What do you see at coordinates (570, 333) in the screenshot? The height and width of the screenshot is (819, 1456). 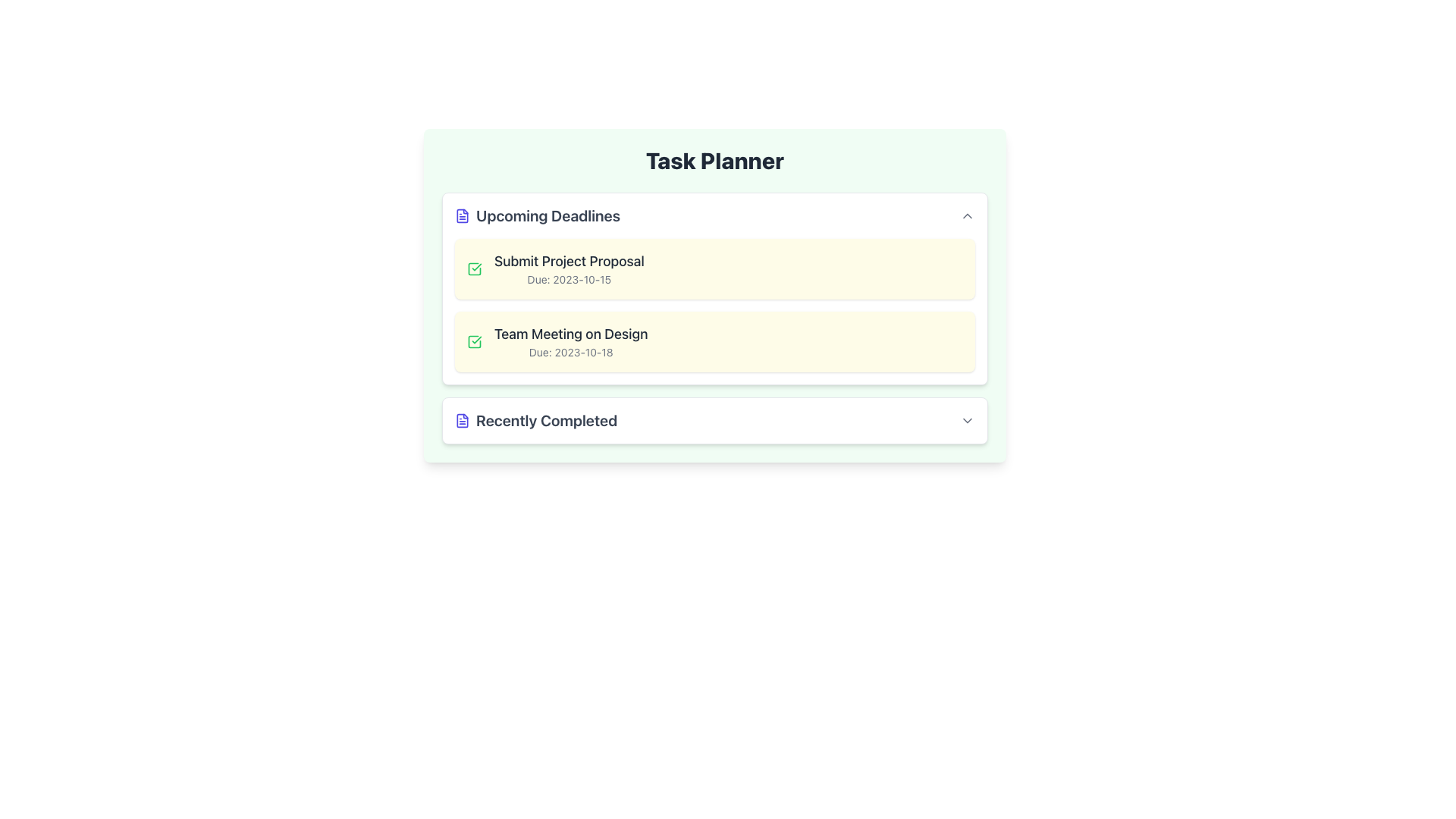 I see `text label displaying 'Team Meeting on Design' located in the 'Upcoming Deadlines' section of the 'Task Planner' interface` at bounding box center [570, 333].